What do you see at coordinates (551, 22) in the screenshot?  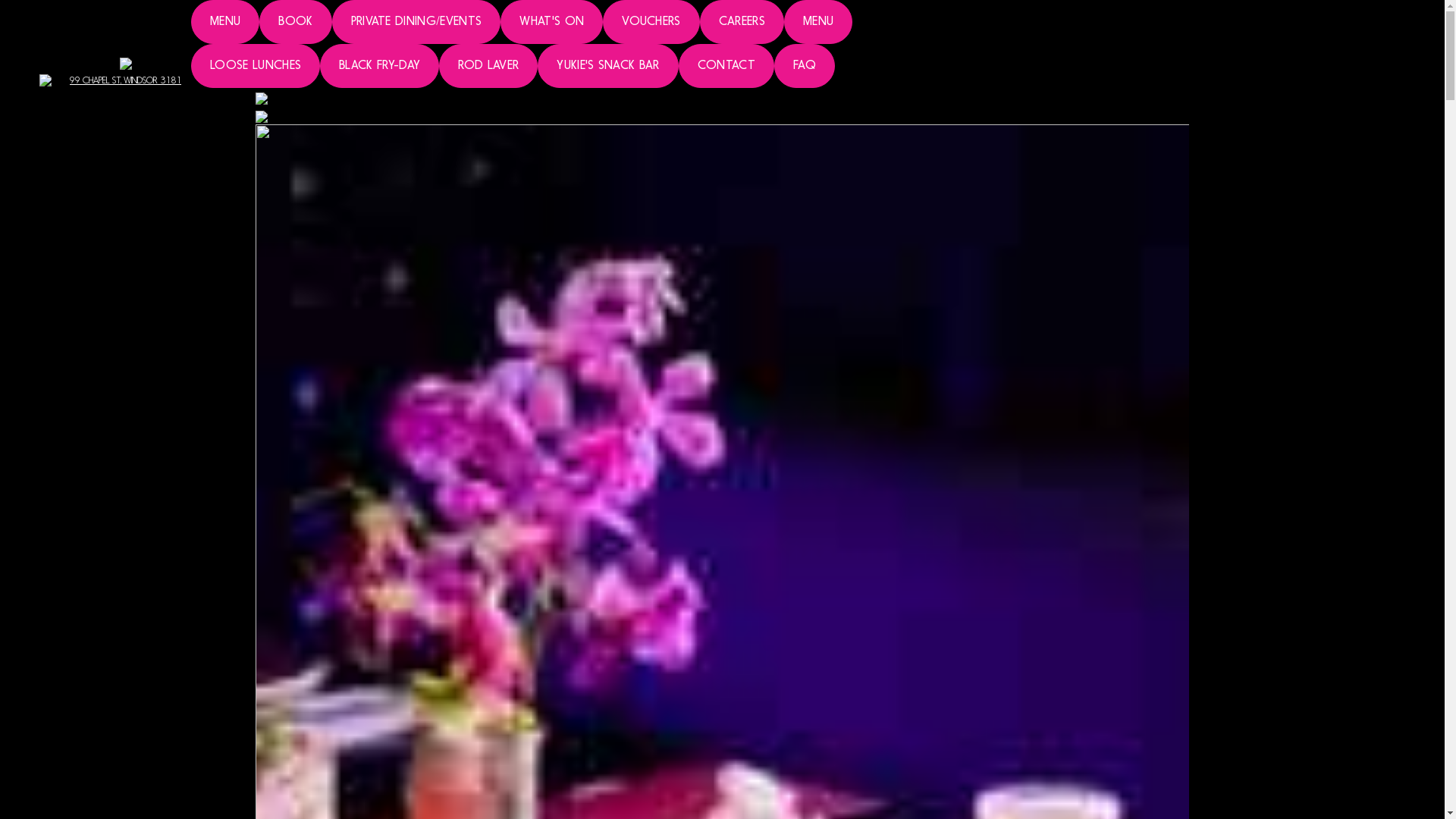 I see `'WHAT'S ON'` at bounding box center [551, 22].